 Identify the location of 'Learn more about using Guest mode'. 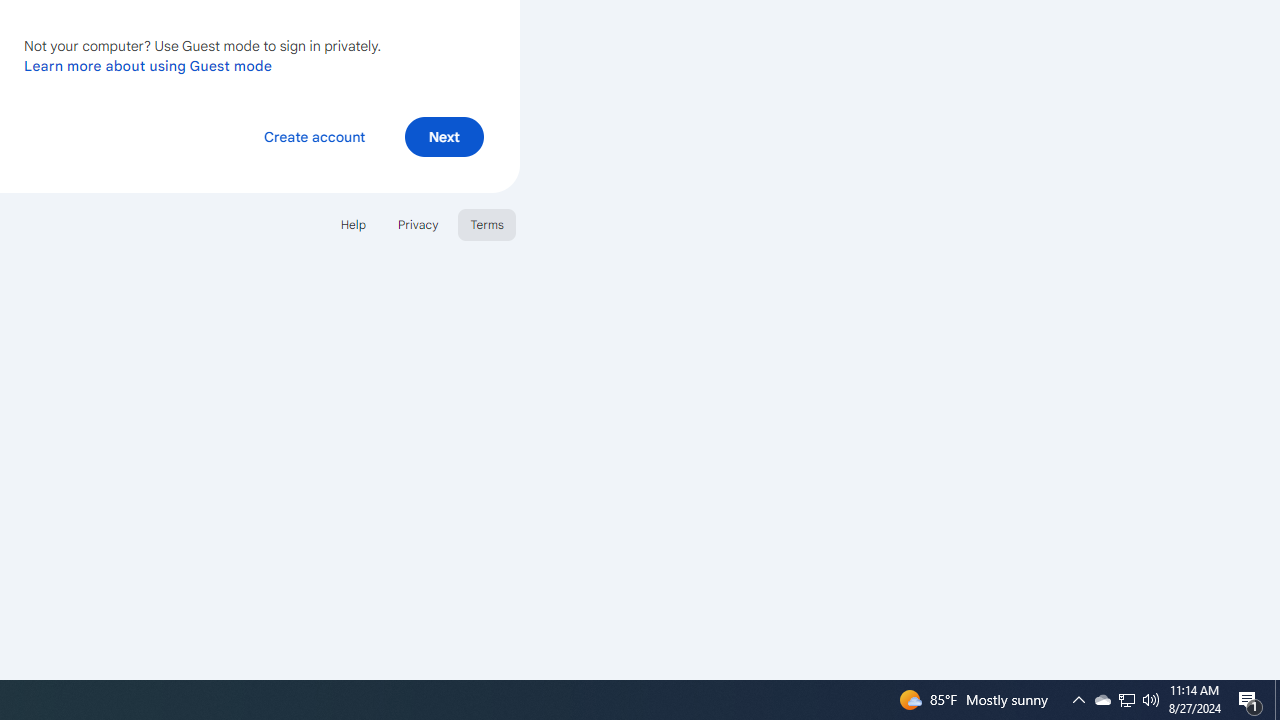
(147, 64).